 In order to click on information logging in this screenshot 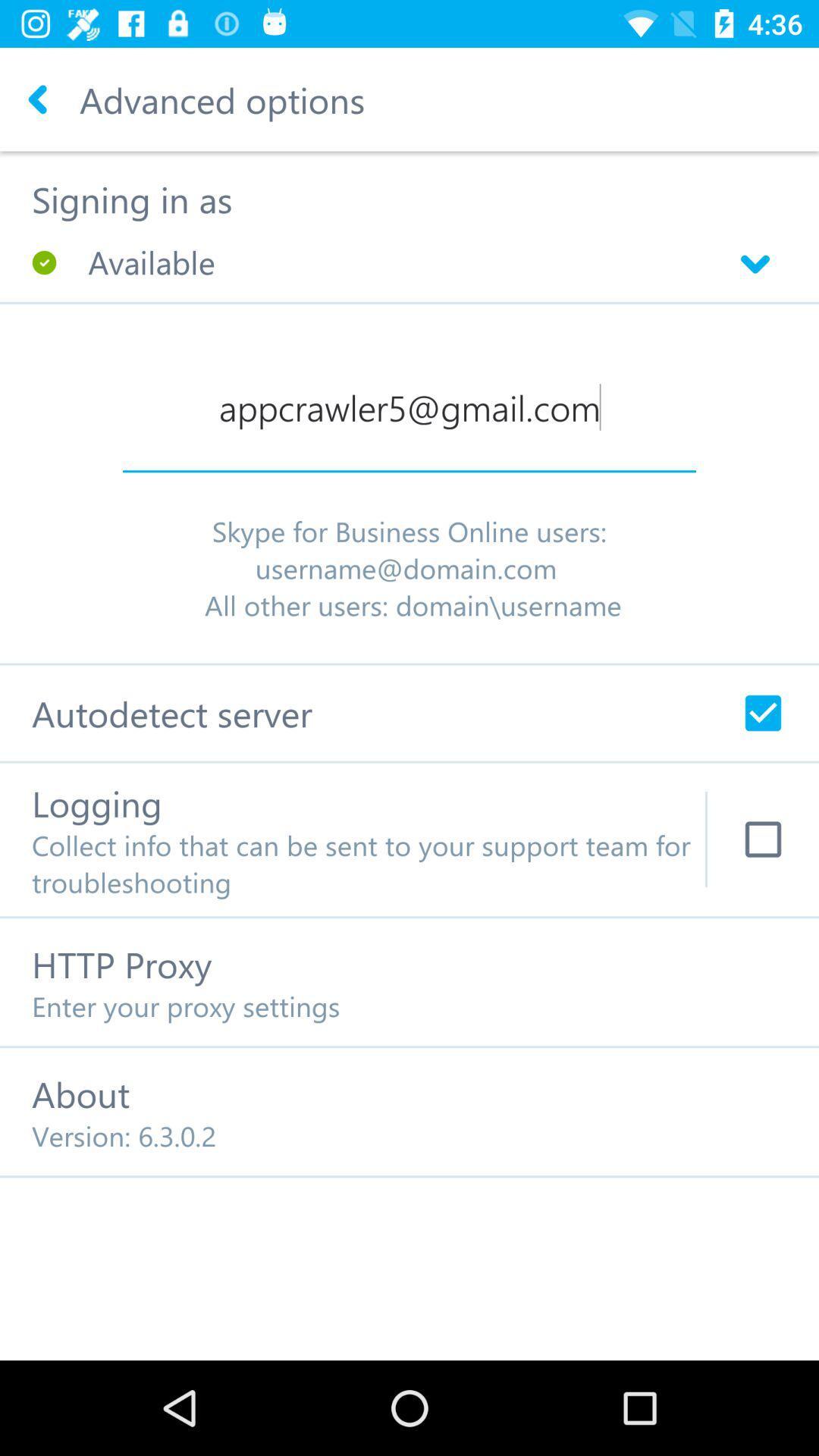, I will do `click(763, 839)`.